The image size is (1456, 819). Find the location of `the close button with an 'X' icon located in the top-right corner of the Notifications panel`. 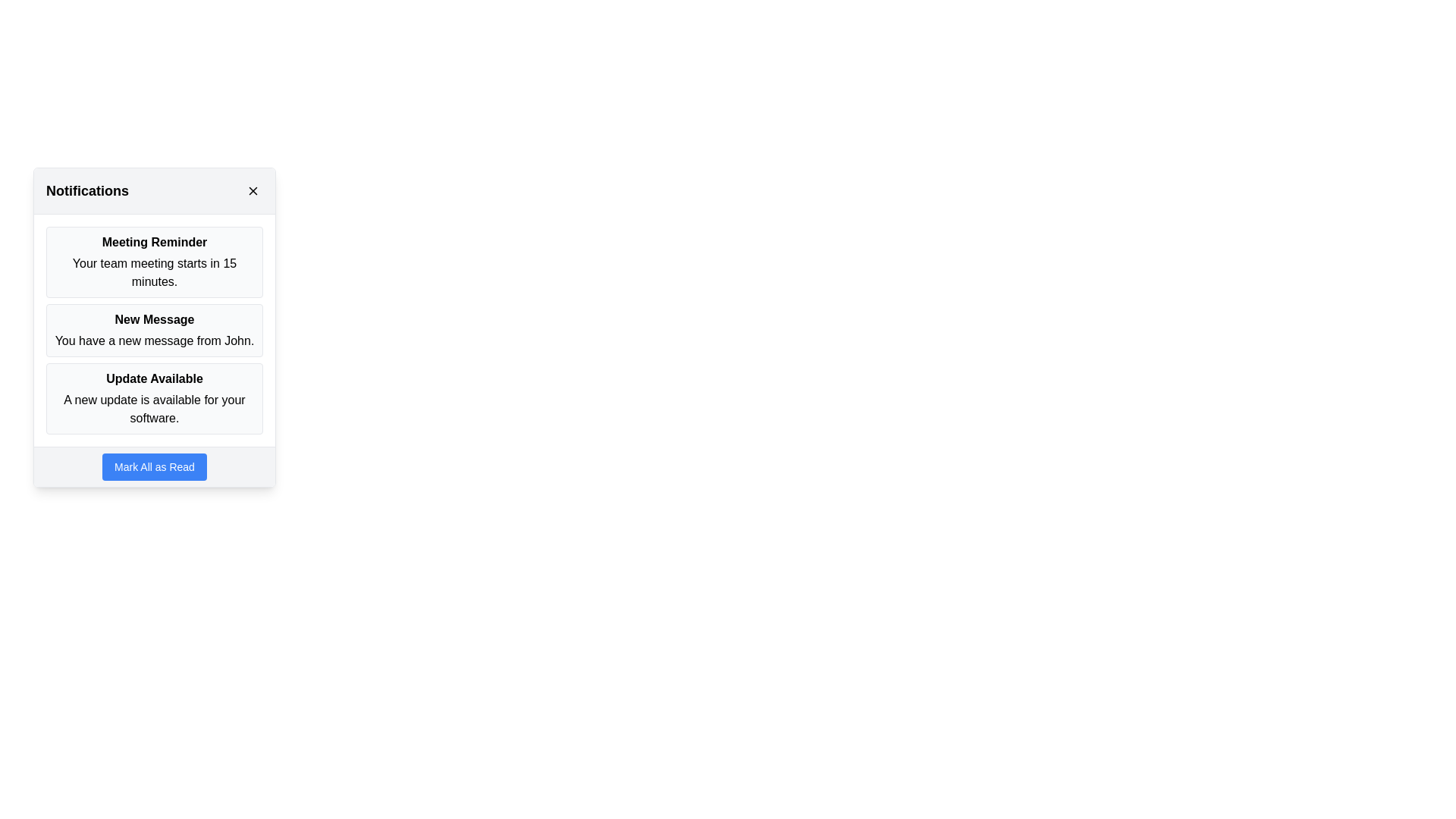

the close button with an 'X' icon located in the top-right corner of the Notifications panel is located at coordinates (253, 190).